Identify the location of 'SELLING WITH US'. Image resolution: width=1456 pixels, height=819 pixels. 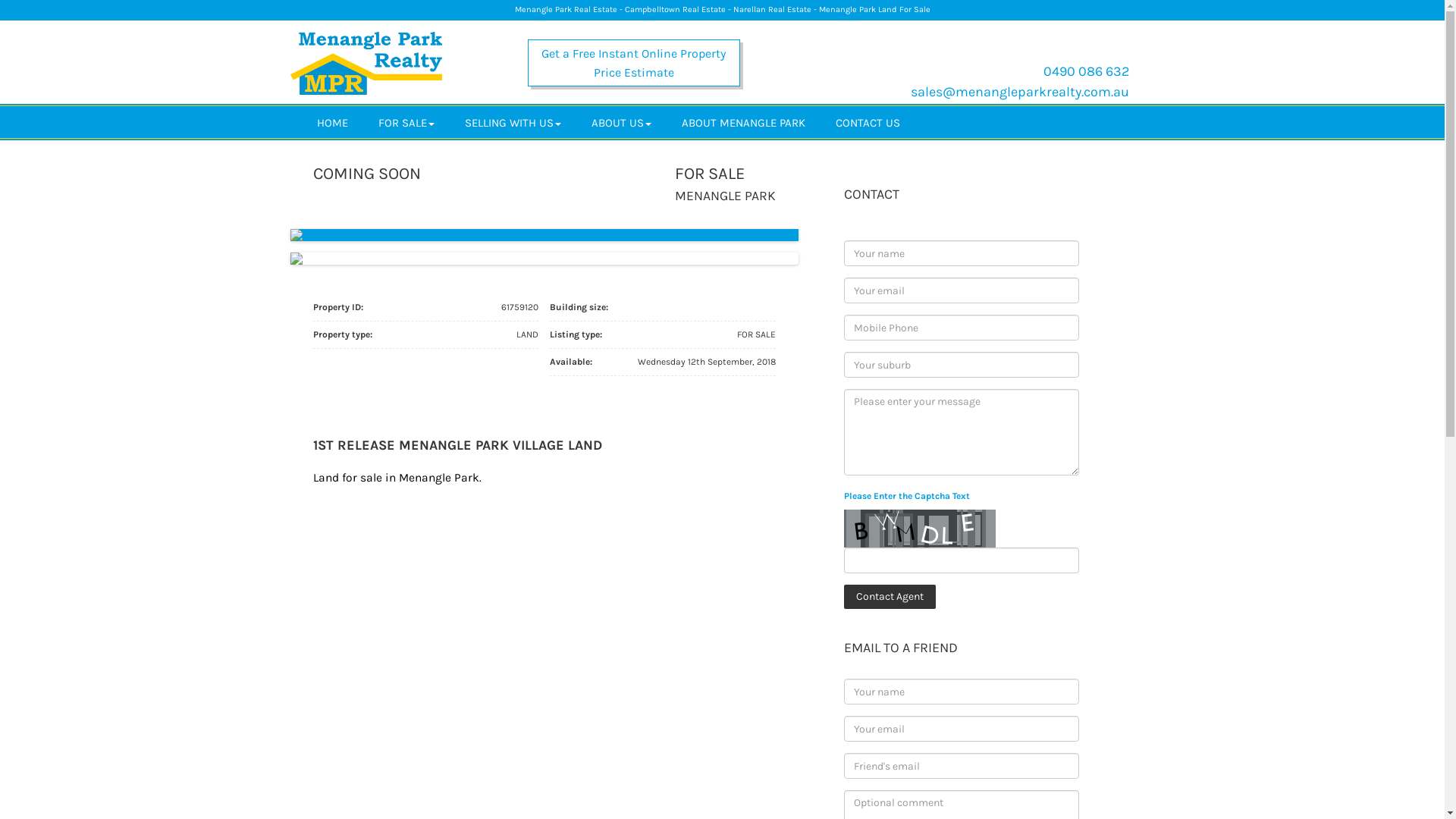
(512, 121).